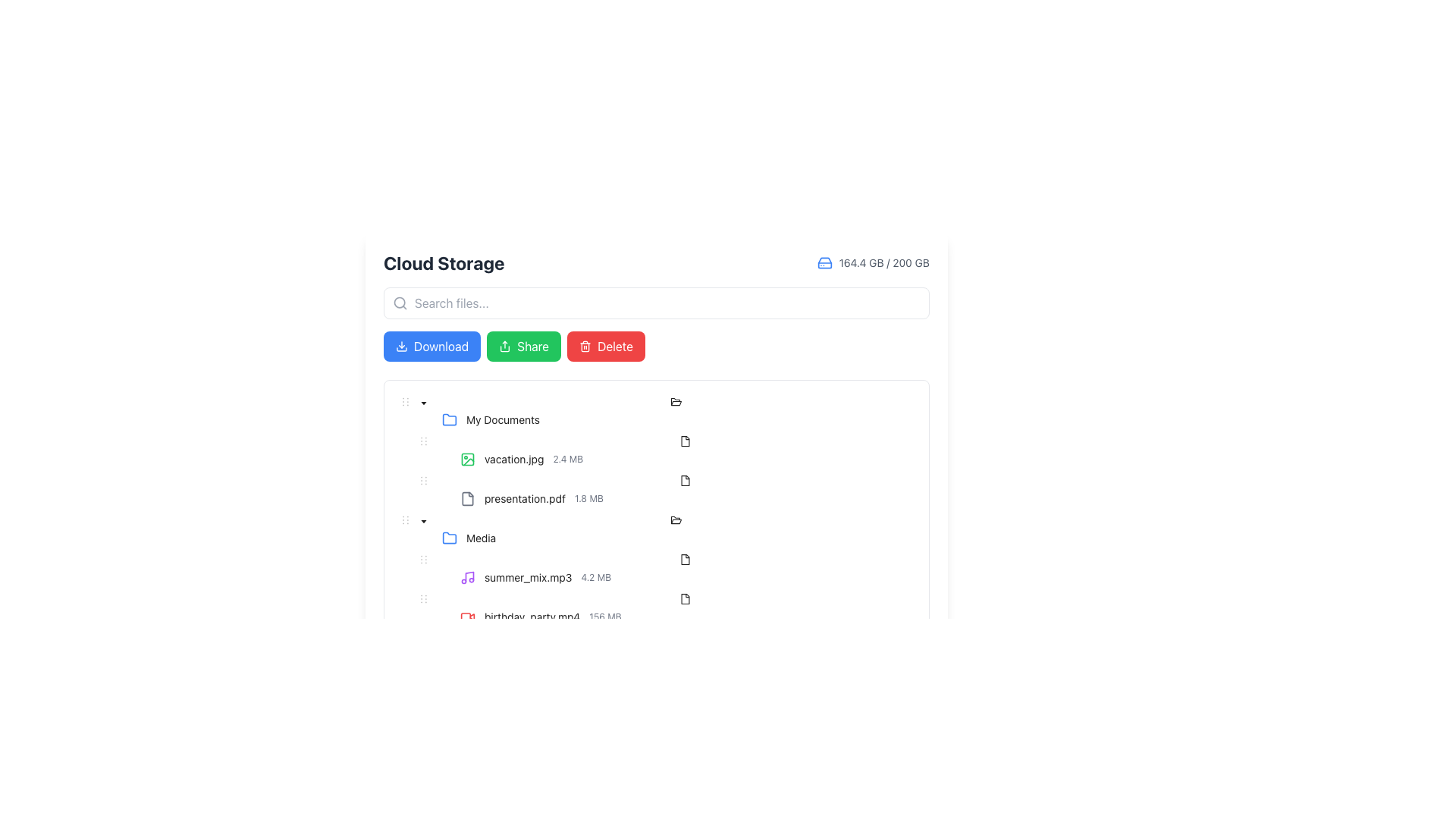  I want to click on the 'Delete' button in the button group located below the file search bar in the 'Cloud Storage' section, so click(656, 346).